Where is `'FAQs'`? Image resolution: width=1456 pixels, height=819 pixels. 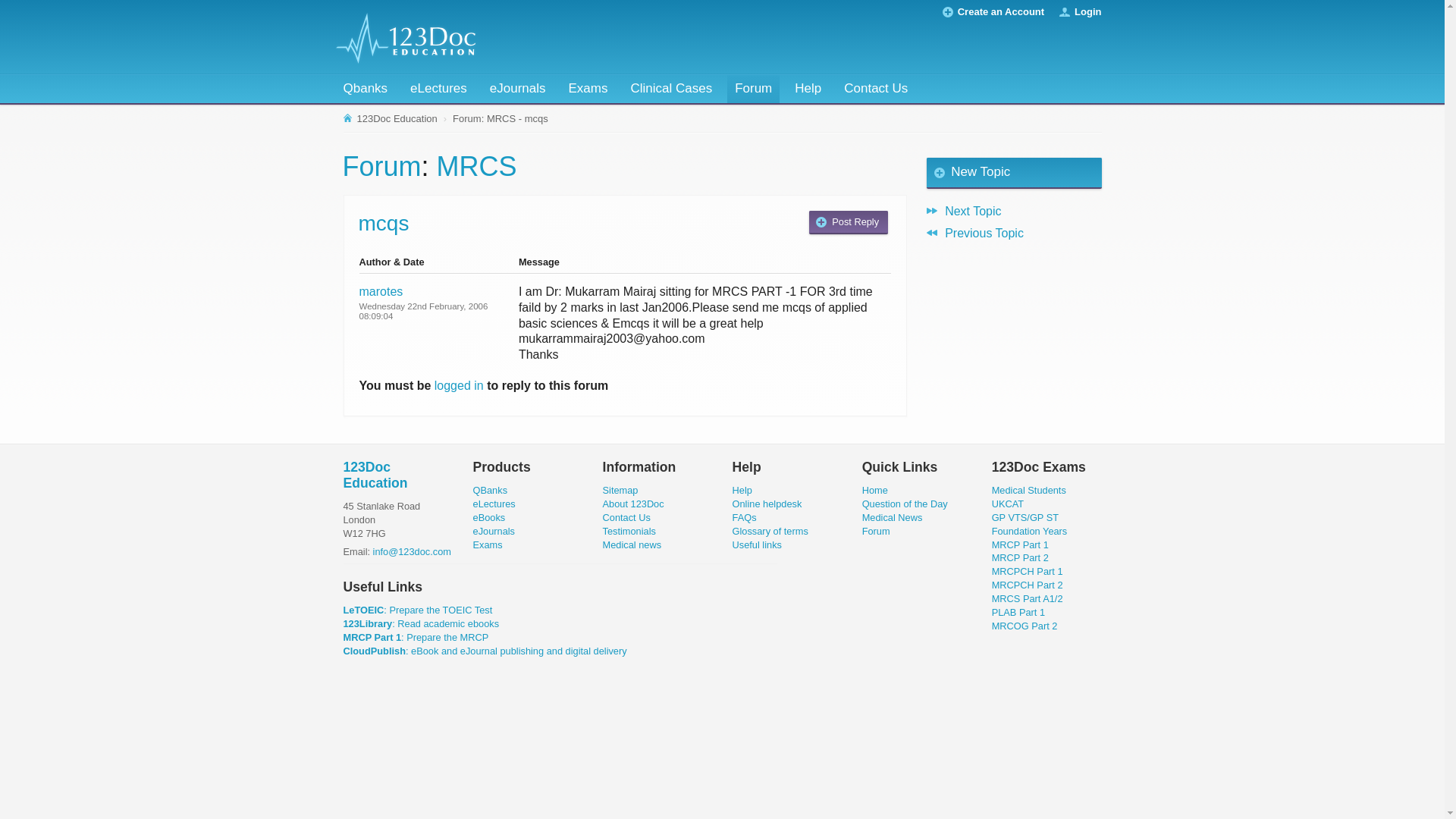 'FAQs' is located at coordinates (745, 516).